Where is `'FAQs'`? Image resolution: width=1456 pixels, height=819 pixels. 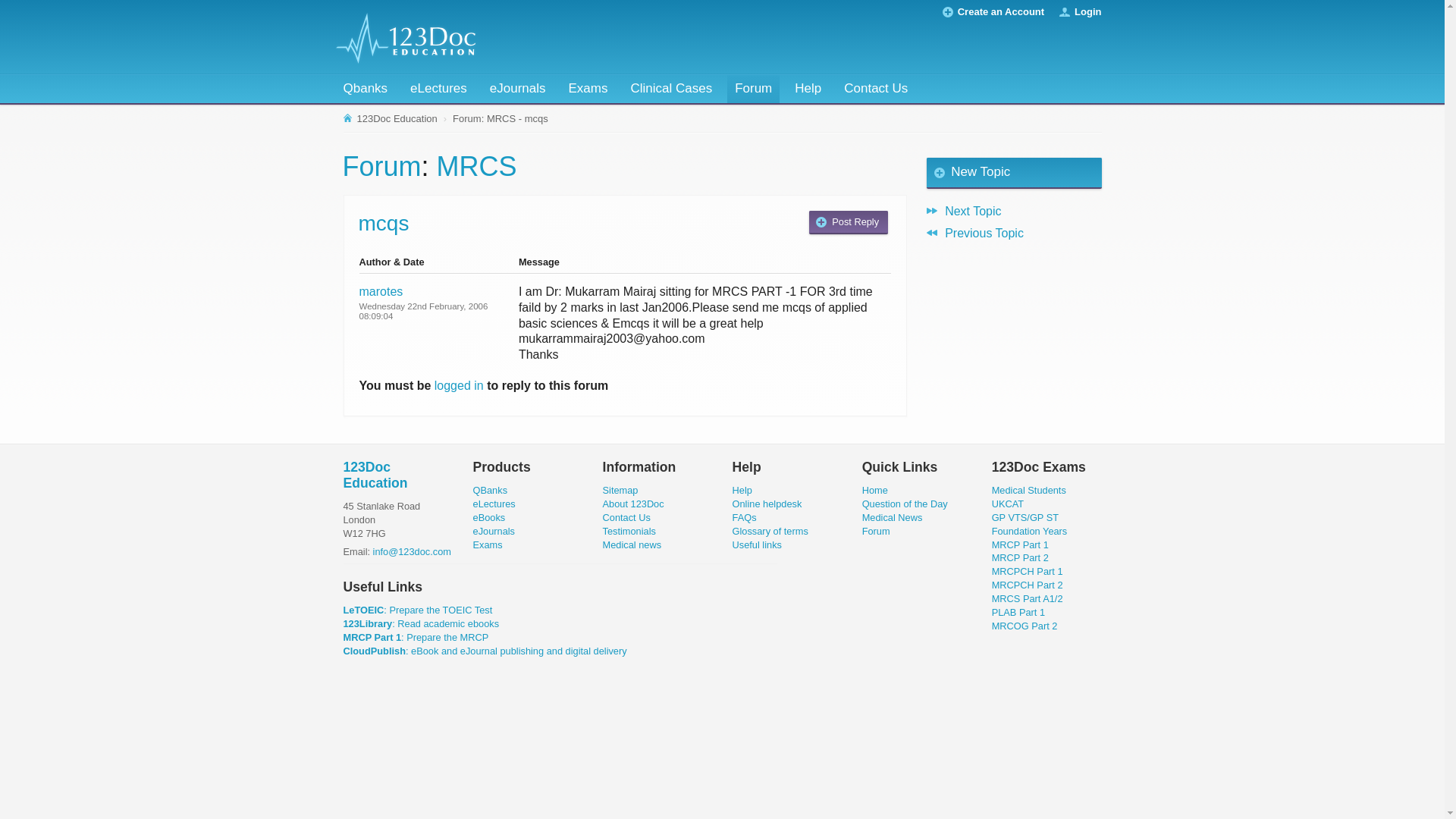 'FAQs' is located at coordinates (745, 516).